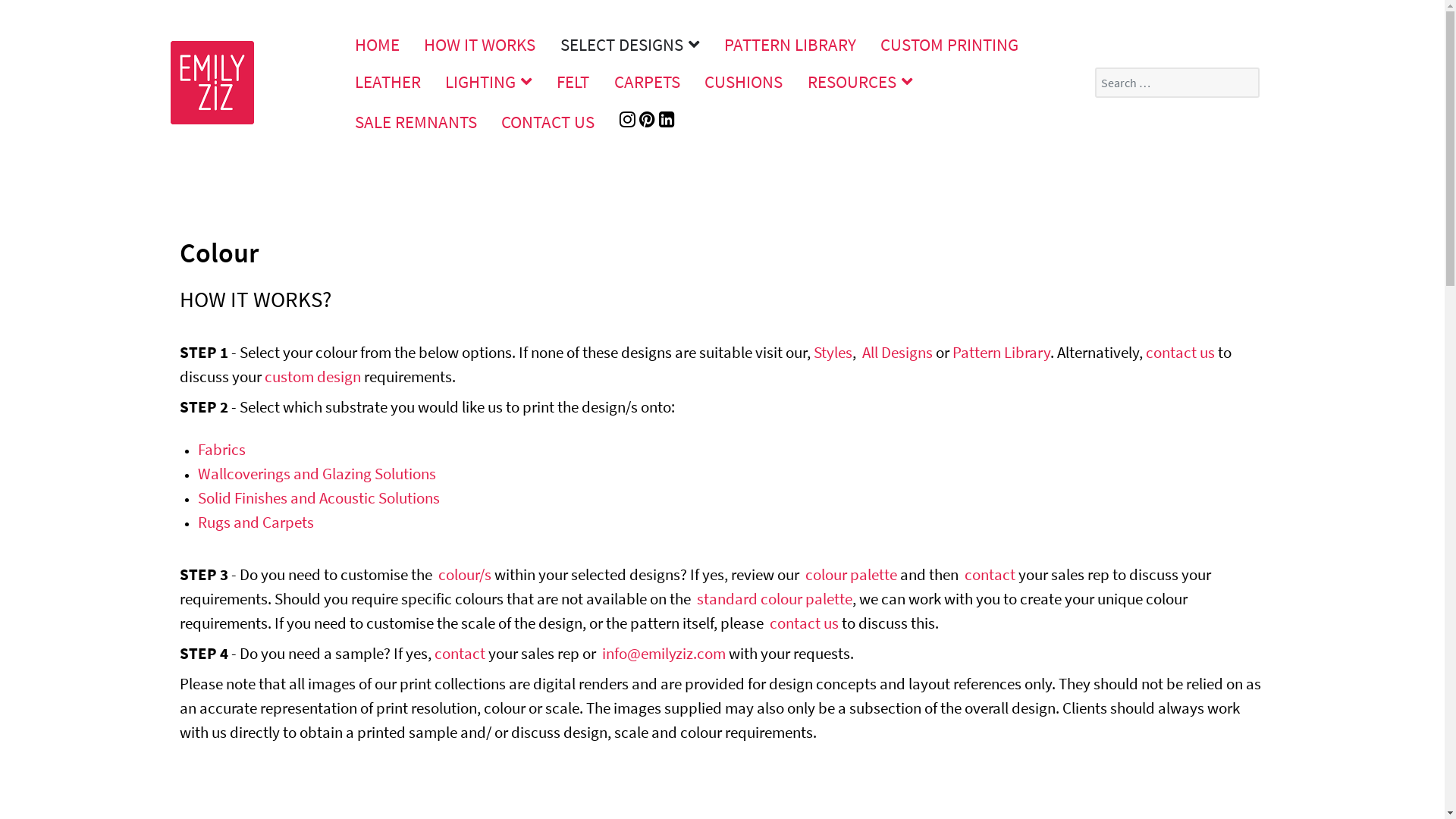 The height and width of the screenshot is (819, 1456). Describe the element at coordinates (572, 81) in the screenshot. I see `'FELT'` at that location.